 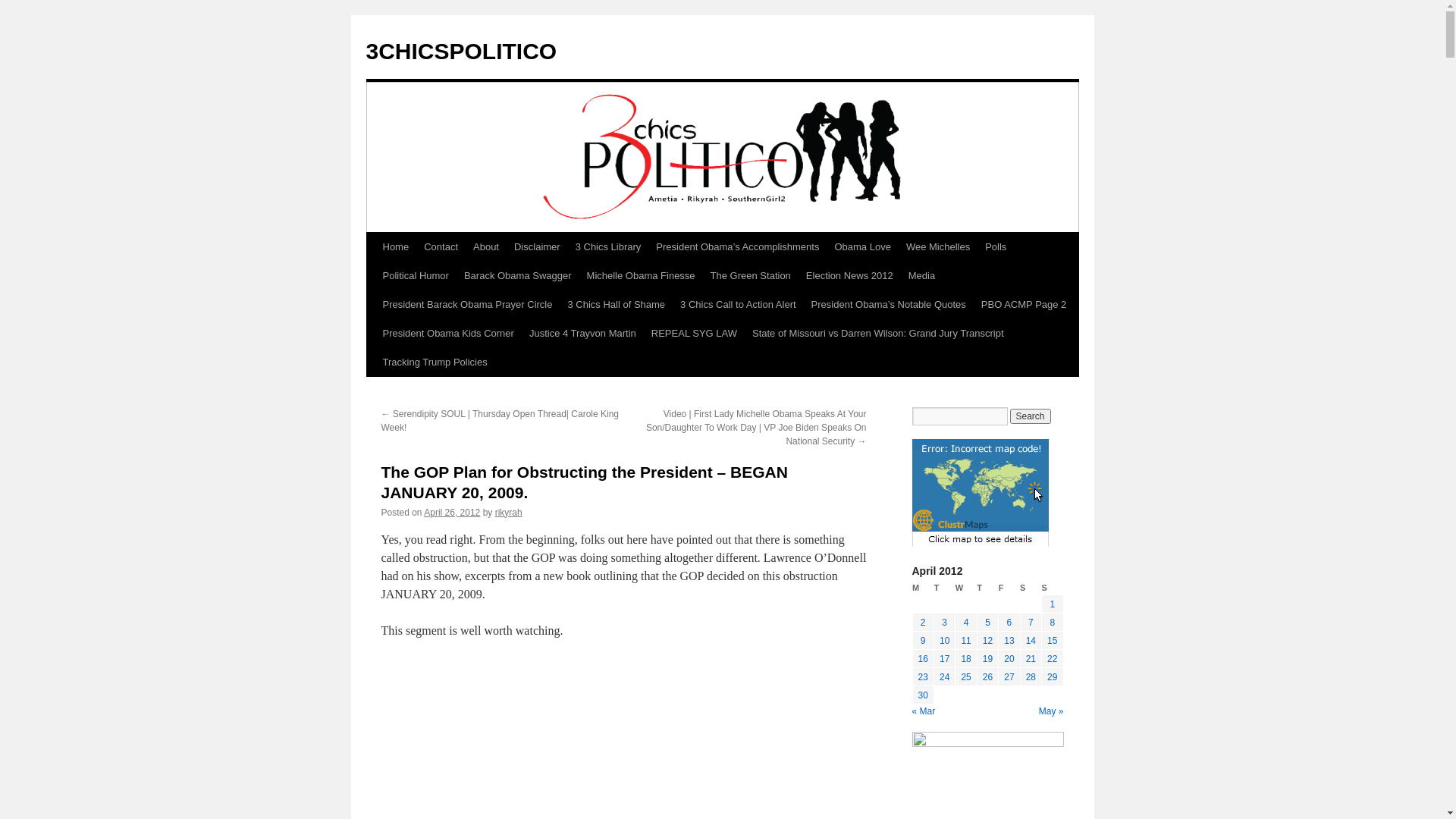 I want to click on '16', so click(x=917, y=657).